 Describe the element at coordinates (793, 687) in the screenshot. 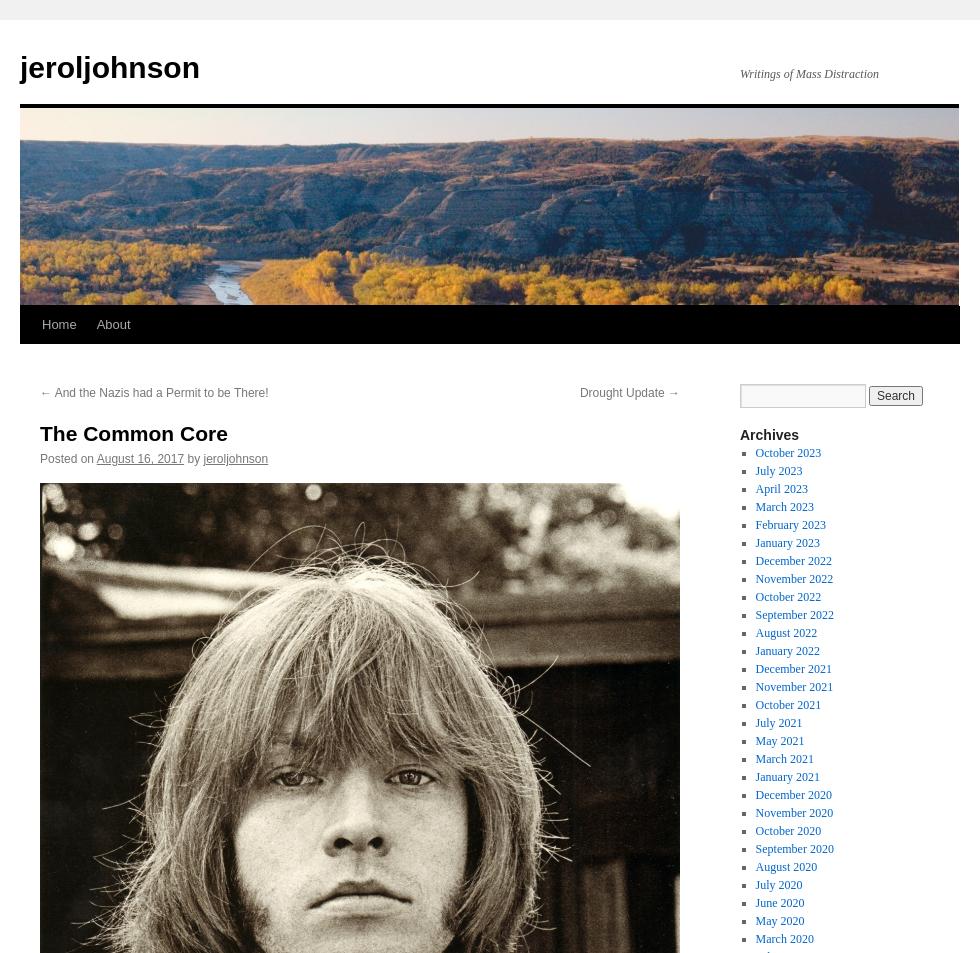

I see `'November 2021'` at that location.